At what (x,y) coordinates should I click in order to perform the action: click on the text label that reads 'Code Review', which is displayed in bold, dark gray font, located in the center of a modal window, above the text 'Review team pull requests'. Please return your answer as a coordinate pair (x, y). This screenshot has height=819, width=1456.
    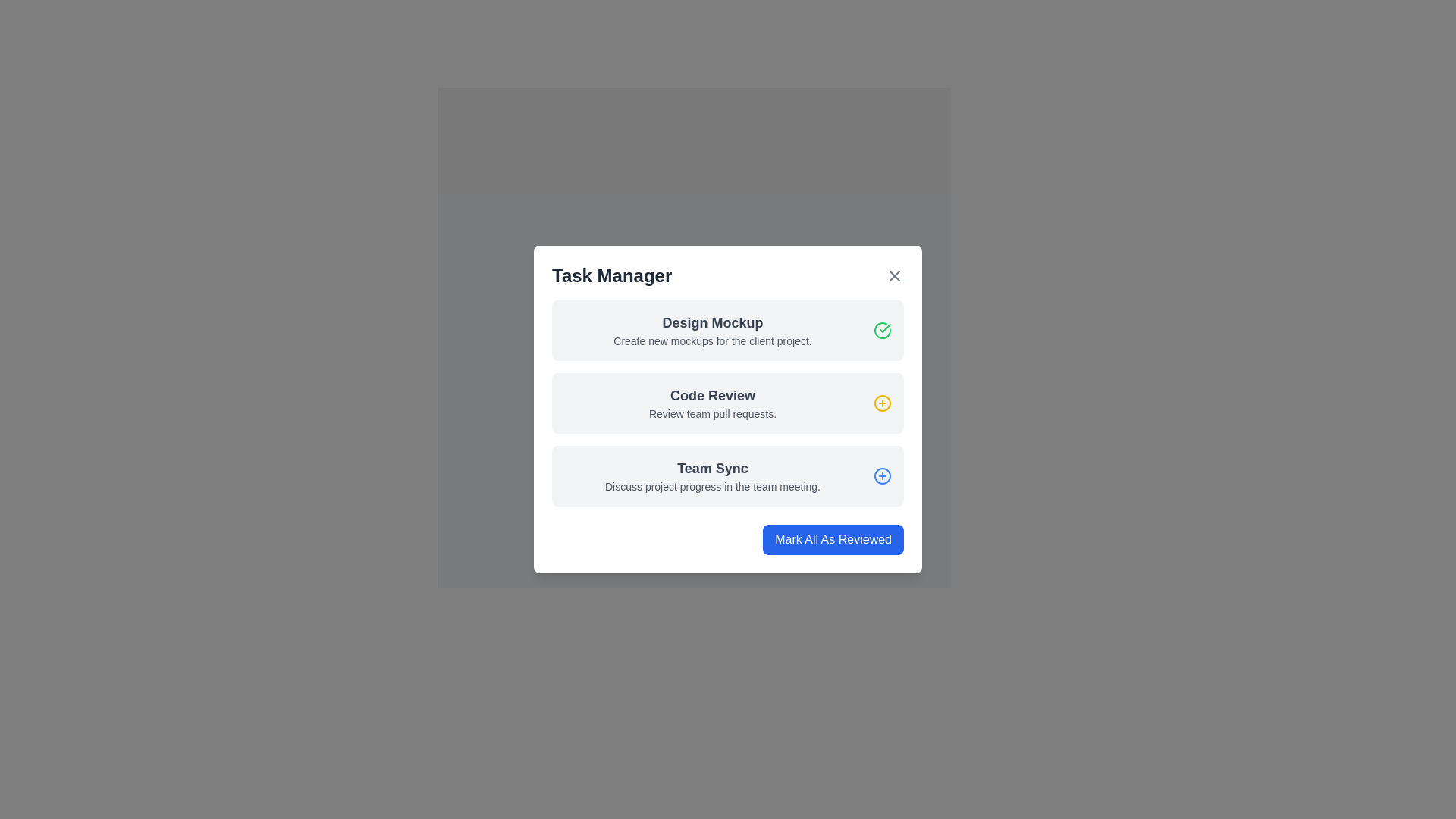
    Looking at the image, I should click on (712, 394).